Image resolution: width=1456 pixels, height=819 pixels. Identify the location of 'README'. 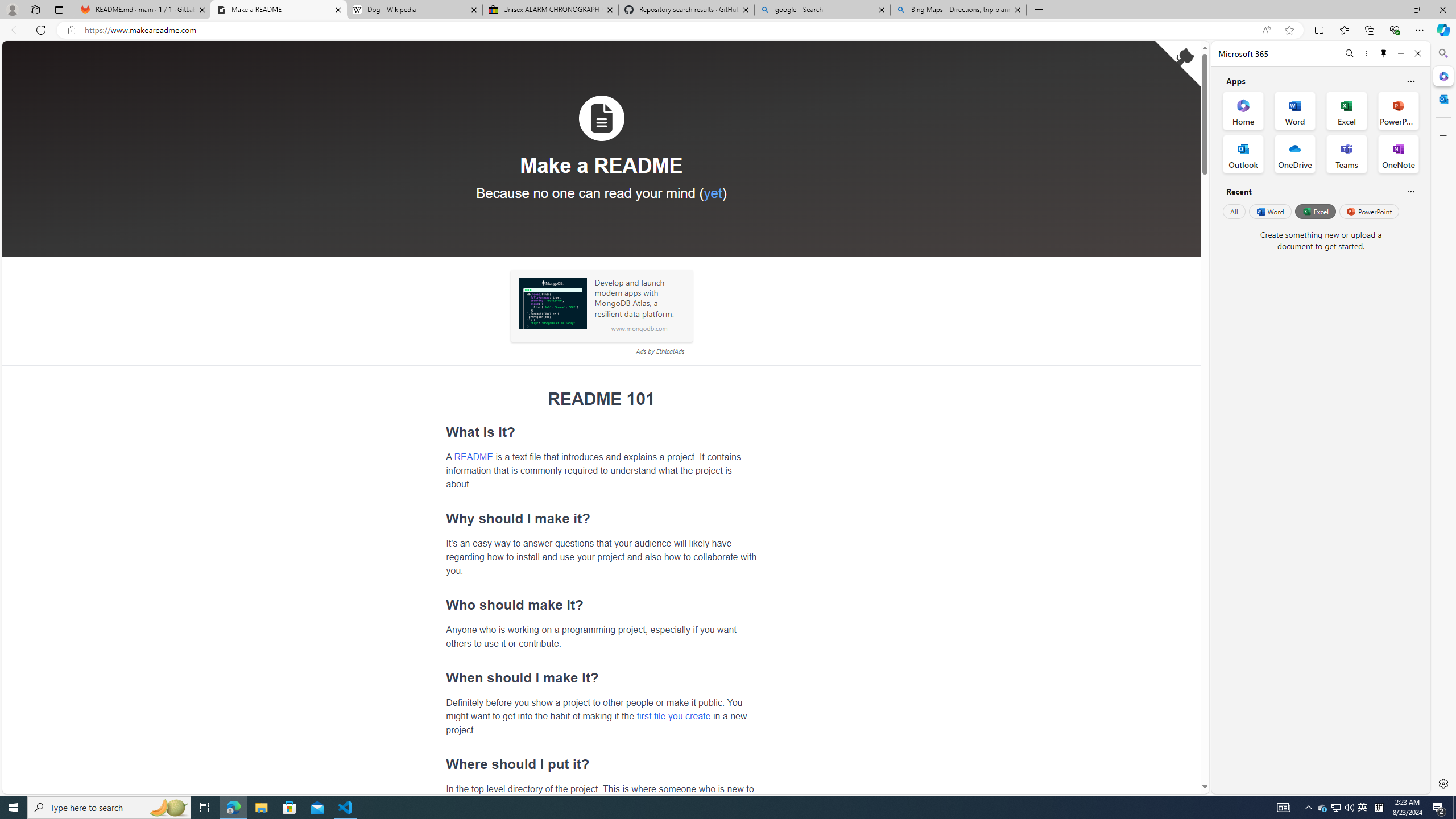
(473, 456).